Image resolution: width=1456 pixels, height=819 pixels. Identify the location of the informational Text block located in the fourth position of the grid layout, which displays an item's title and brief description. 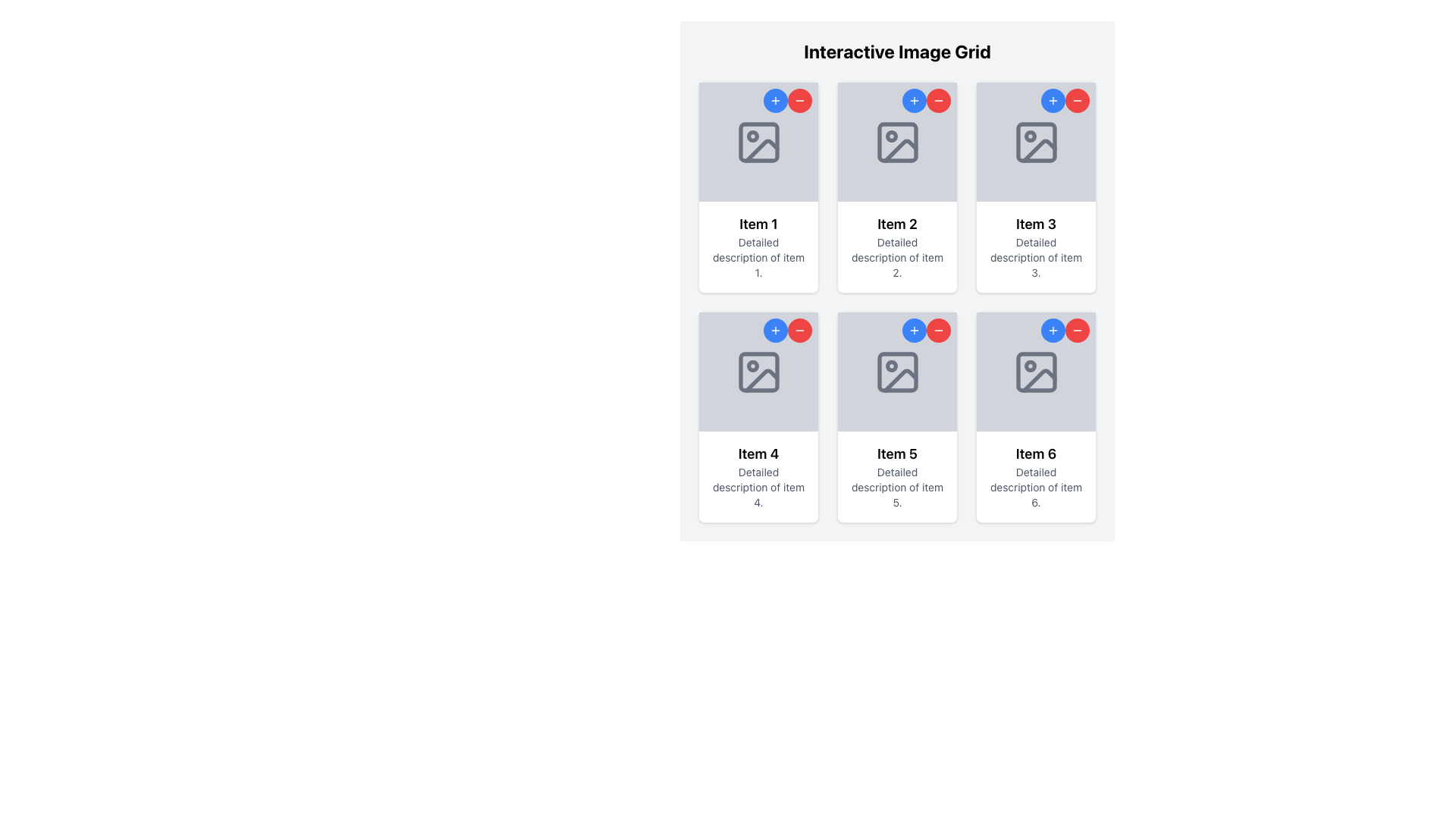
(758, 475).